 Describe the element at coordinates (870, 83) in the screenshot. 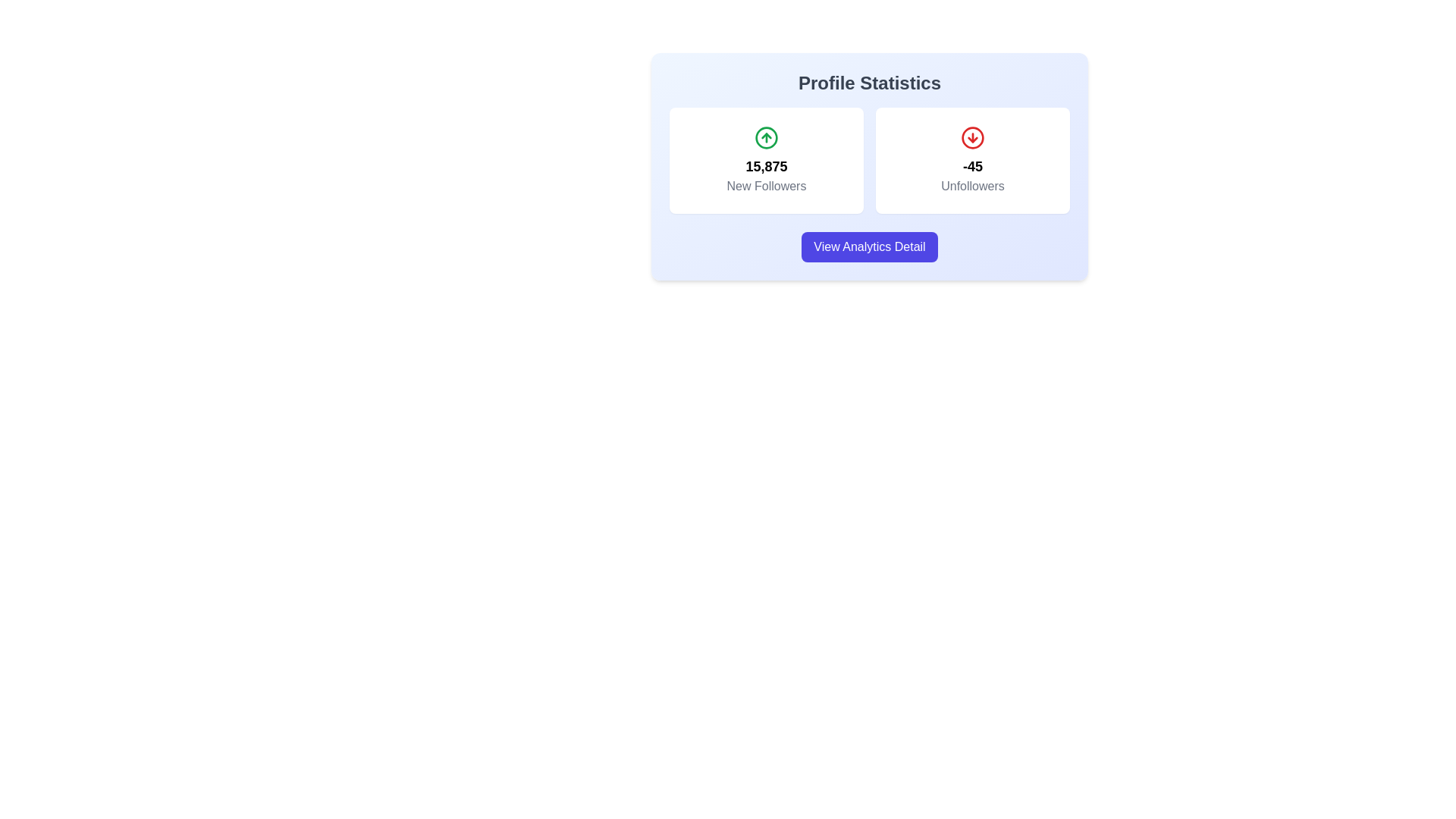

I see `text content of the 'Profile Statistics' header label, which is displayed in a bold, large font style at the top of the card structure containing follower and analytics information` at that location.